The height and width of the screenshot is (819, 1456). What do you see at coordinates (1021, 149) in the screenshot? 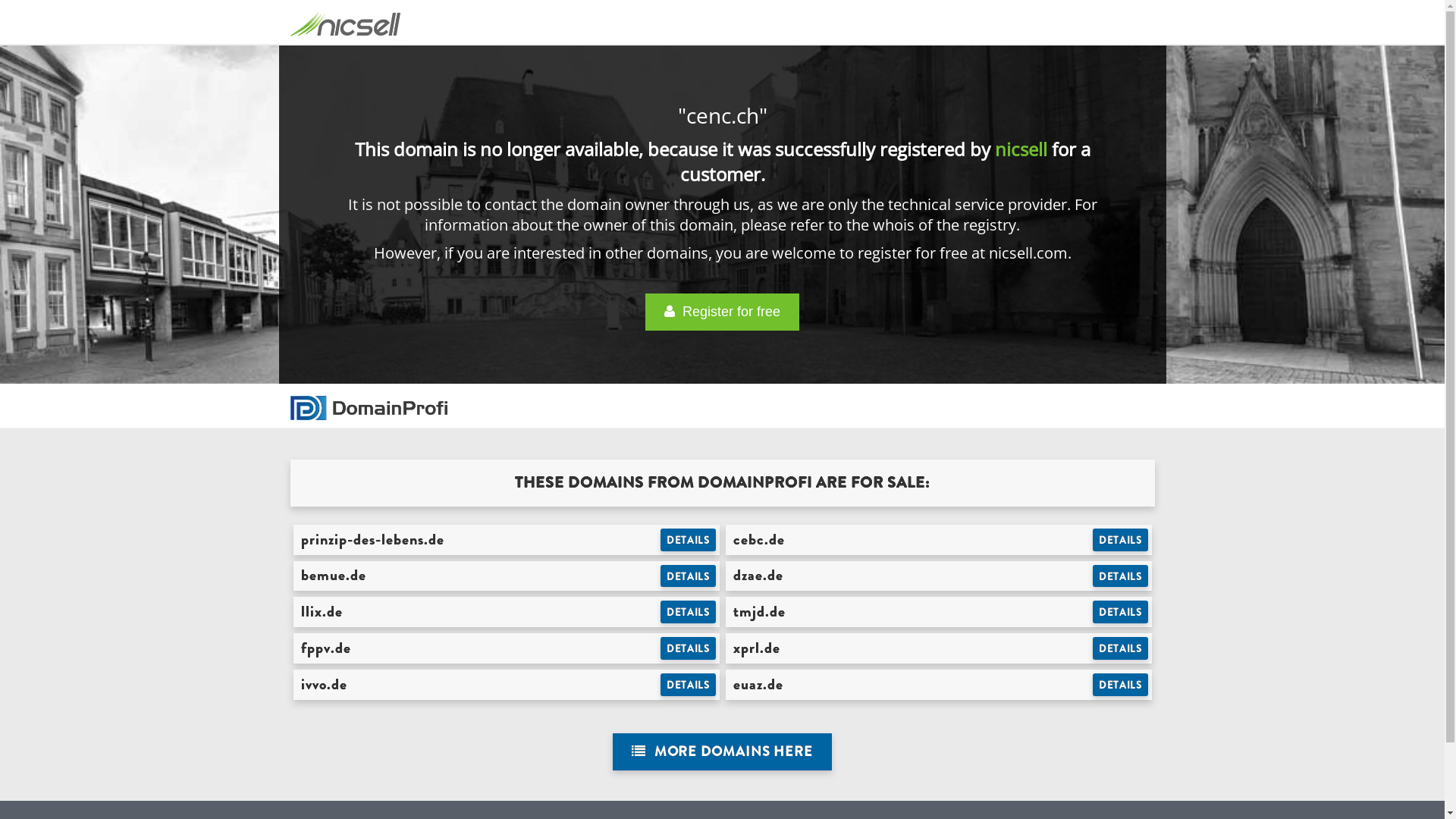
I see `'nicsell'` at bounding box center [1021, 149].